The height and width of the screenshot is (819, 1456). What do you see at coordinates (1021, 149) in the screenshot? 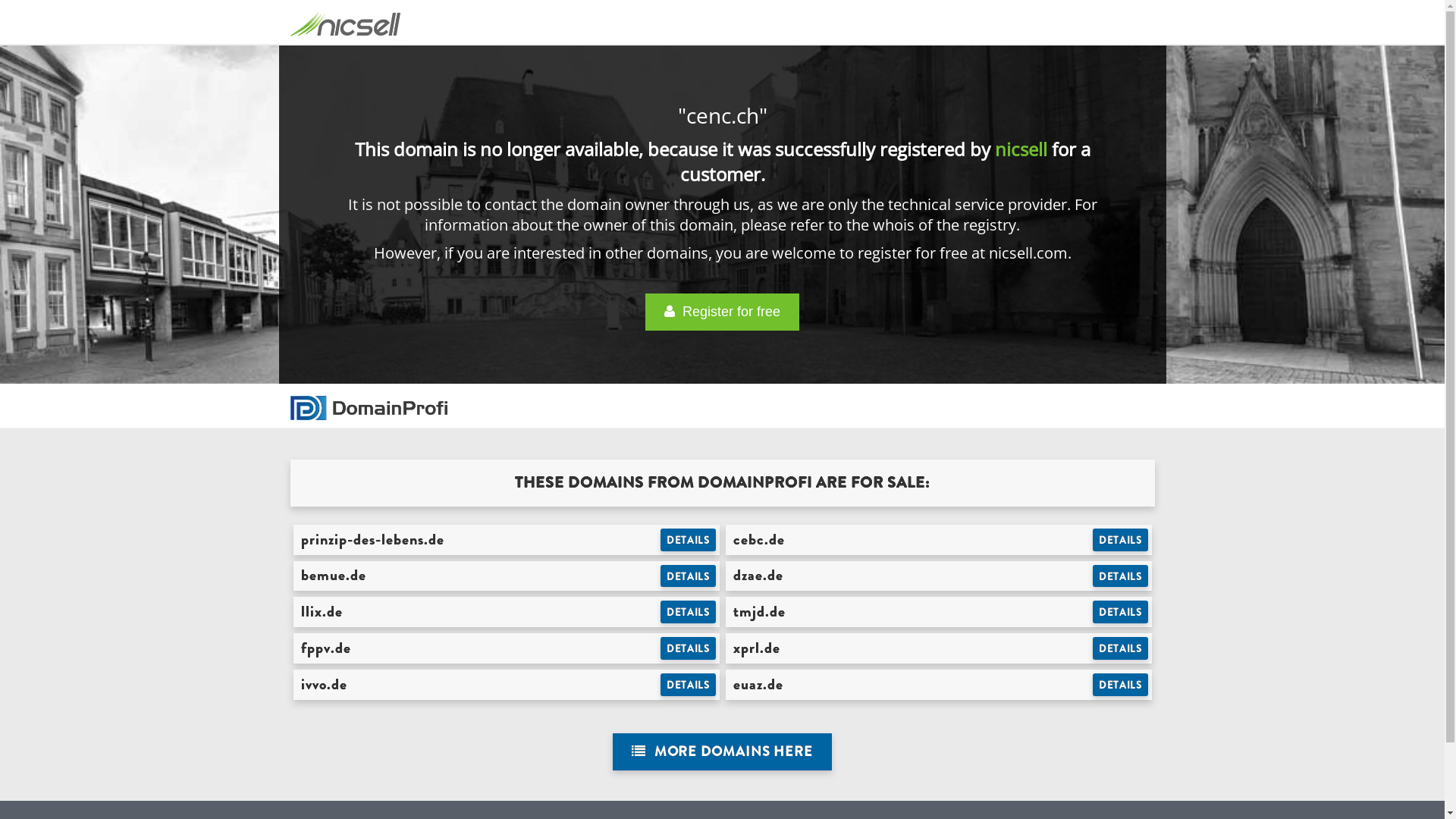
I see `'nicsell'` at bounding box center [1021, 149].